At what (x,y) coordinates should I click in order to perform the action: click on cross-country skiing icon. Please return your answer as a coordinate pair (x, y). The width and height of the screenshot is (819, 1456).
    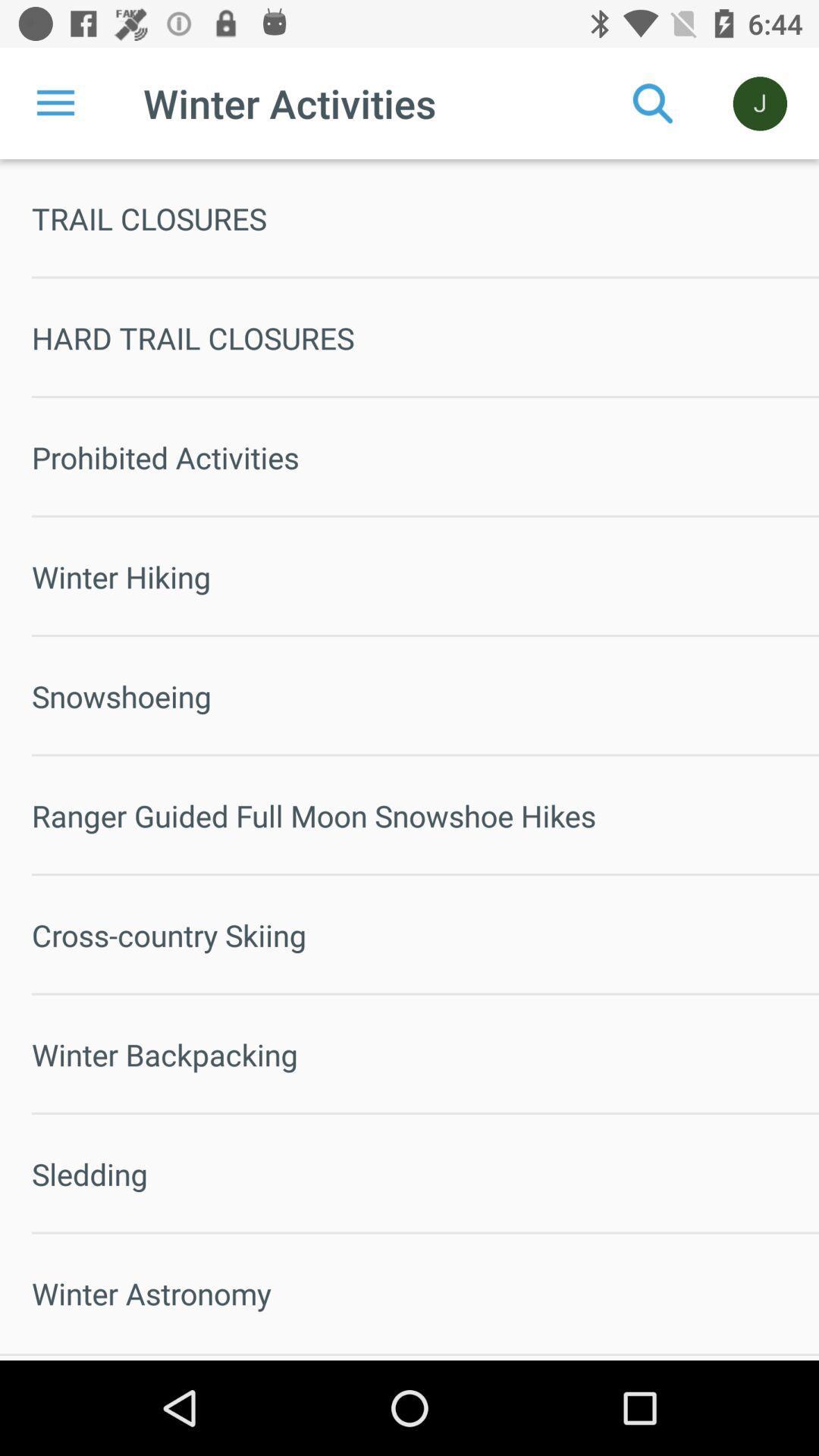
    Looking at the image, I should click on (425, 934).